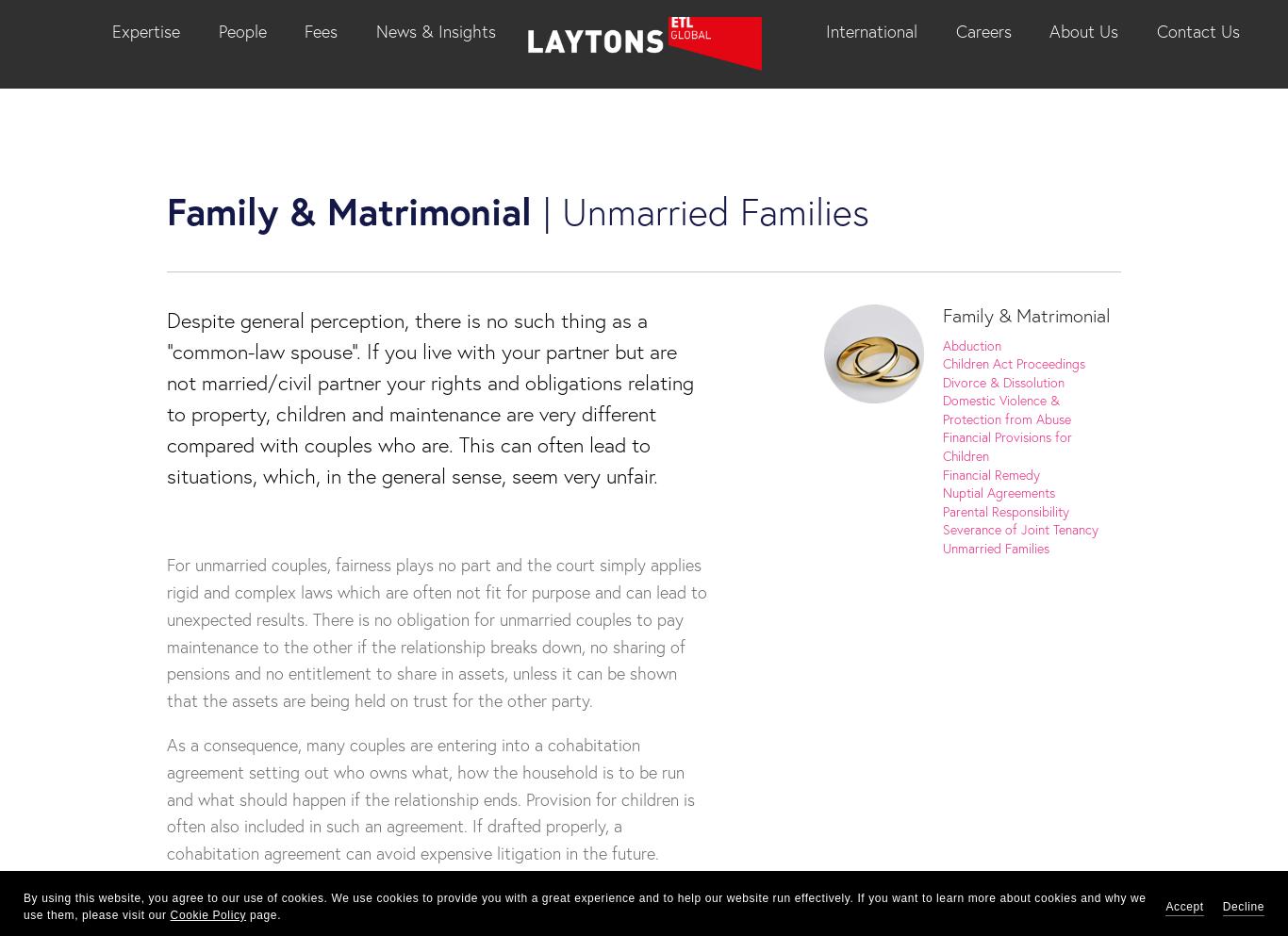 The width and height of the screenshot is (1288, 936). What do you see at coordinates (166, 632) in the screenshot?
I see `'For unmarried couples, fairness plays no part and the court simply applies rigid and complex laws which are often not fit for purpose and can lead to unexpected results. There is no obligation for unmarried couples to pay maintenance to the other if the relationship breaks down, no sharing of pensions and no entitlement to share in assets, unless it can be shown that the assets are being held on trust for the other party.'` at bounding box center [166, 632].